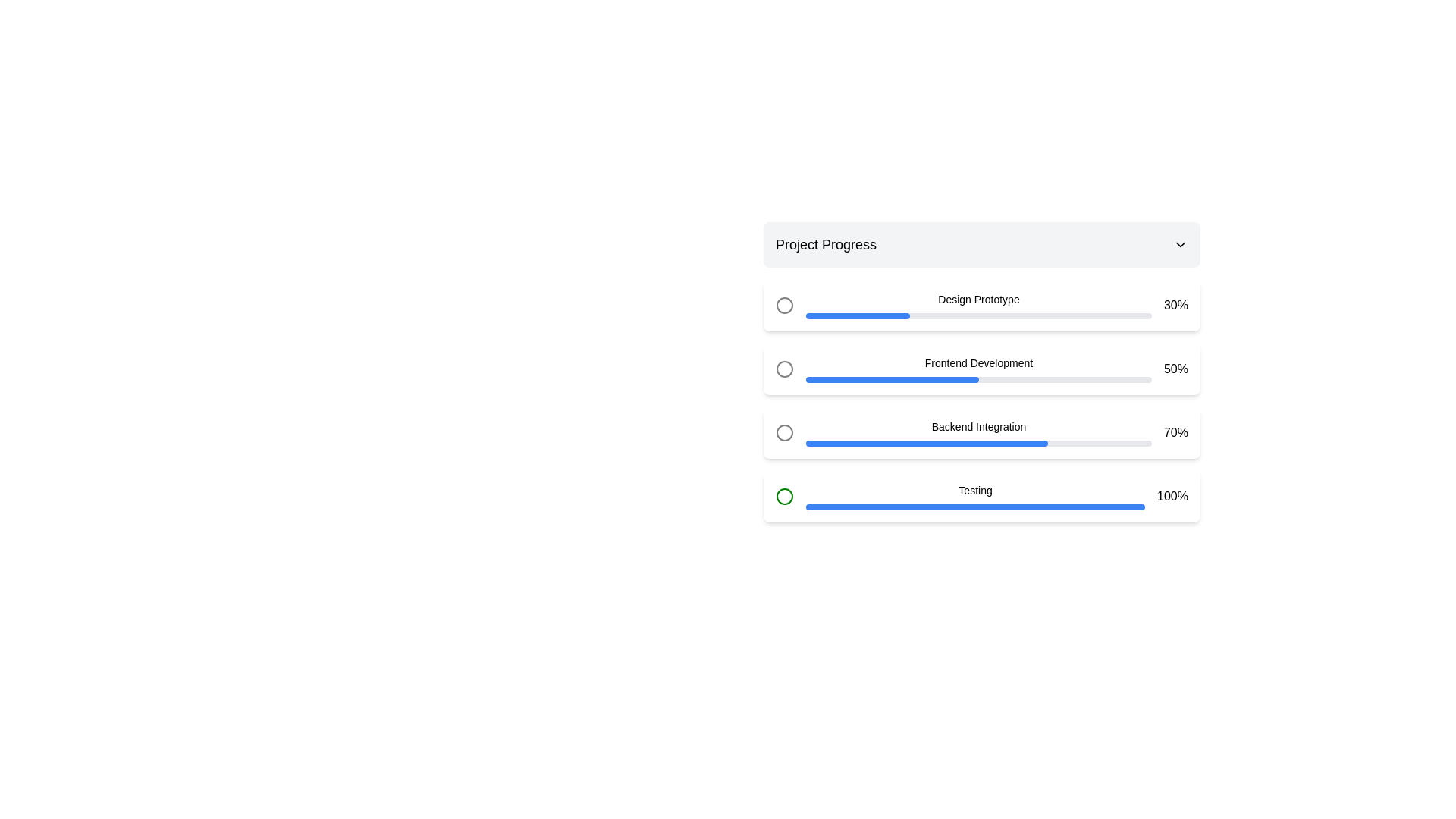 This screenshot has width=1456, height=819. I want to click on the unselected circle graphic component with a light gray stroke, located next to the 'Frontend Development' label in the progress indicator box, so click(785, 369).